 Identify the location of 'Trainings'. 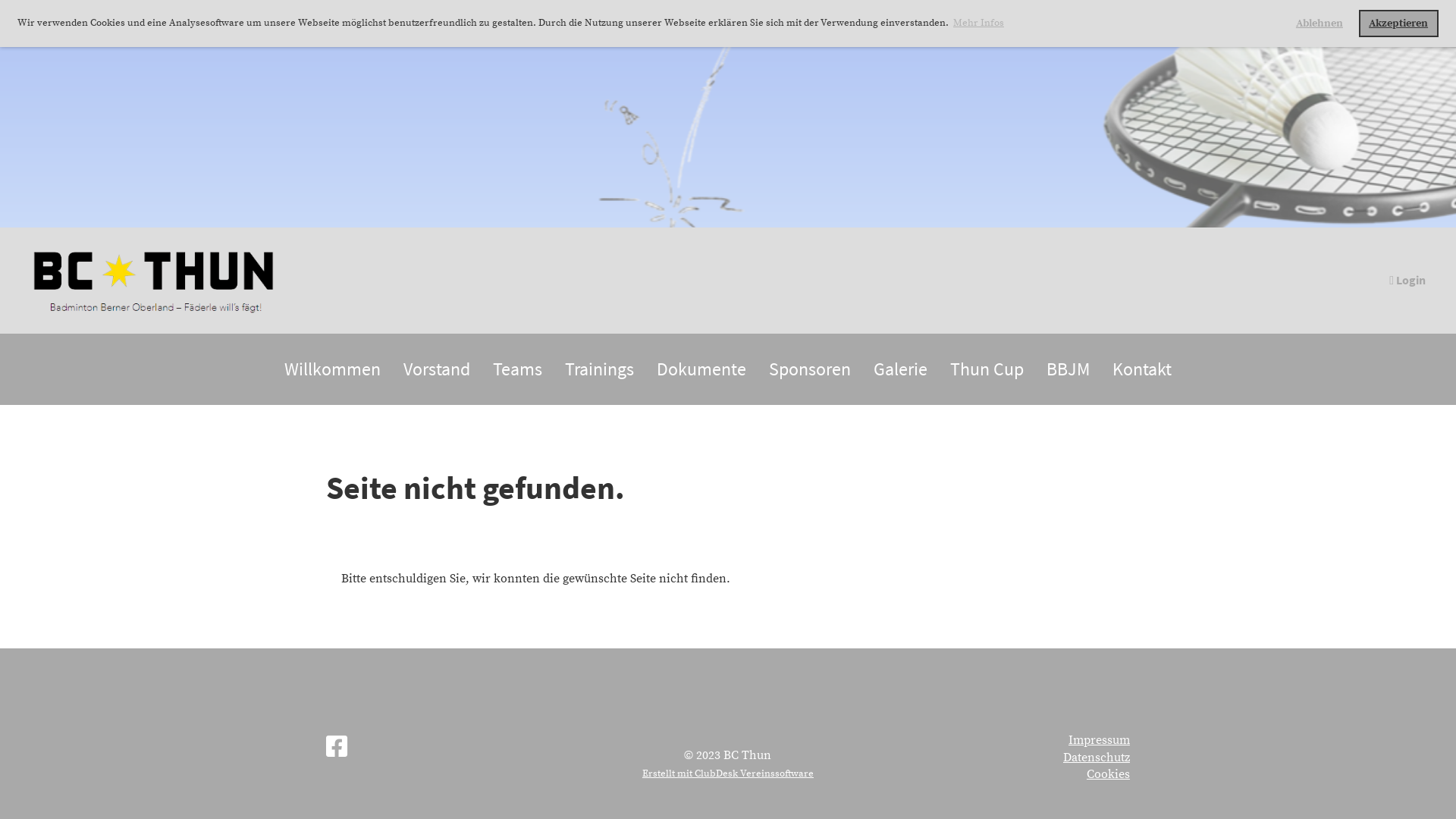
(598, 369).